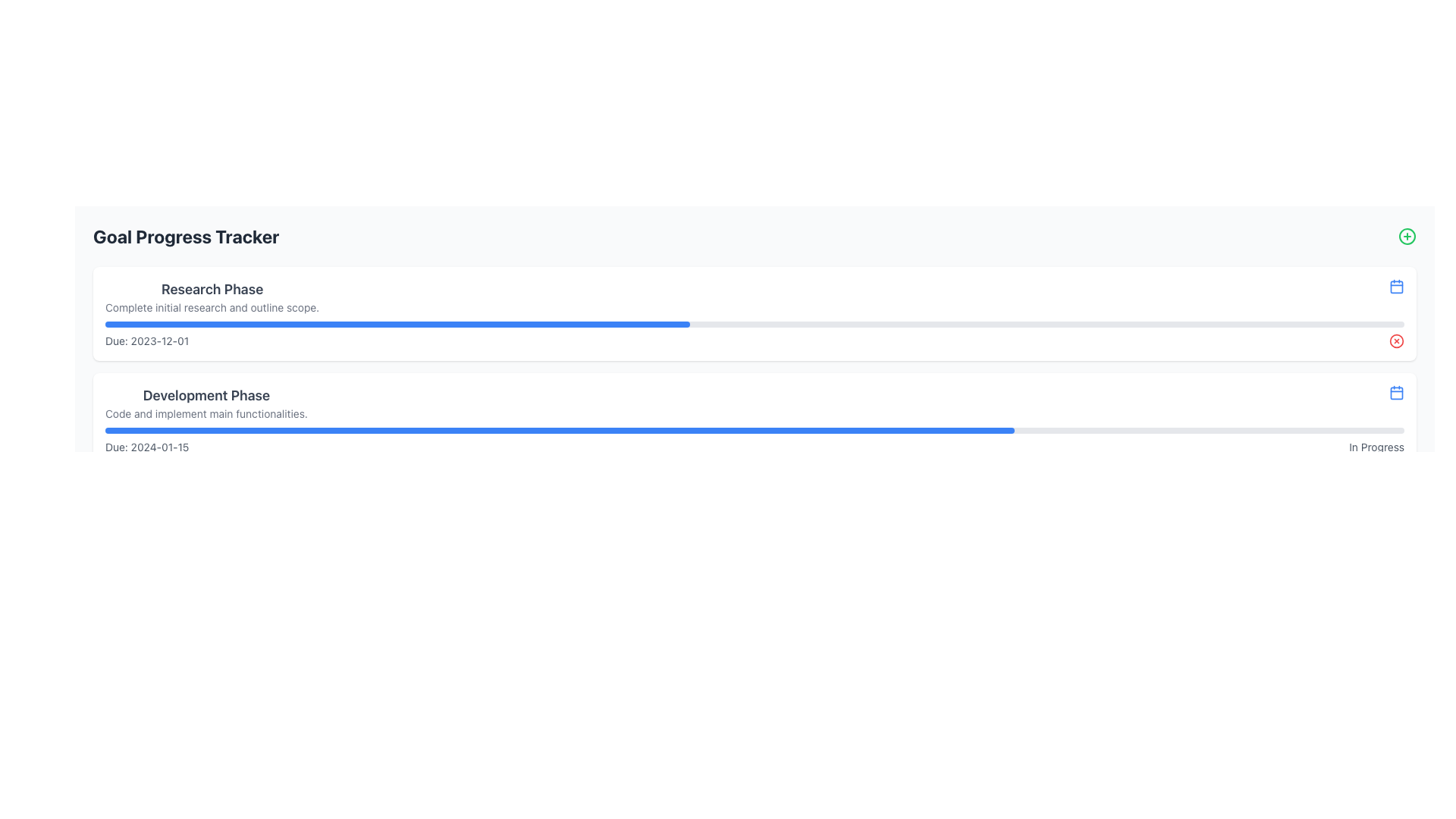  What do you see at coordinates (212, 307) in the screenshot?
I see `the static text label that reads 'Complete initial research and outline scope.' which is located below the 'Research Phase' title and above the progress bar` at bounding box center [212, 307].